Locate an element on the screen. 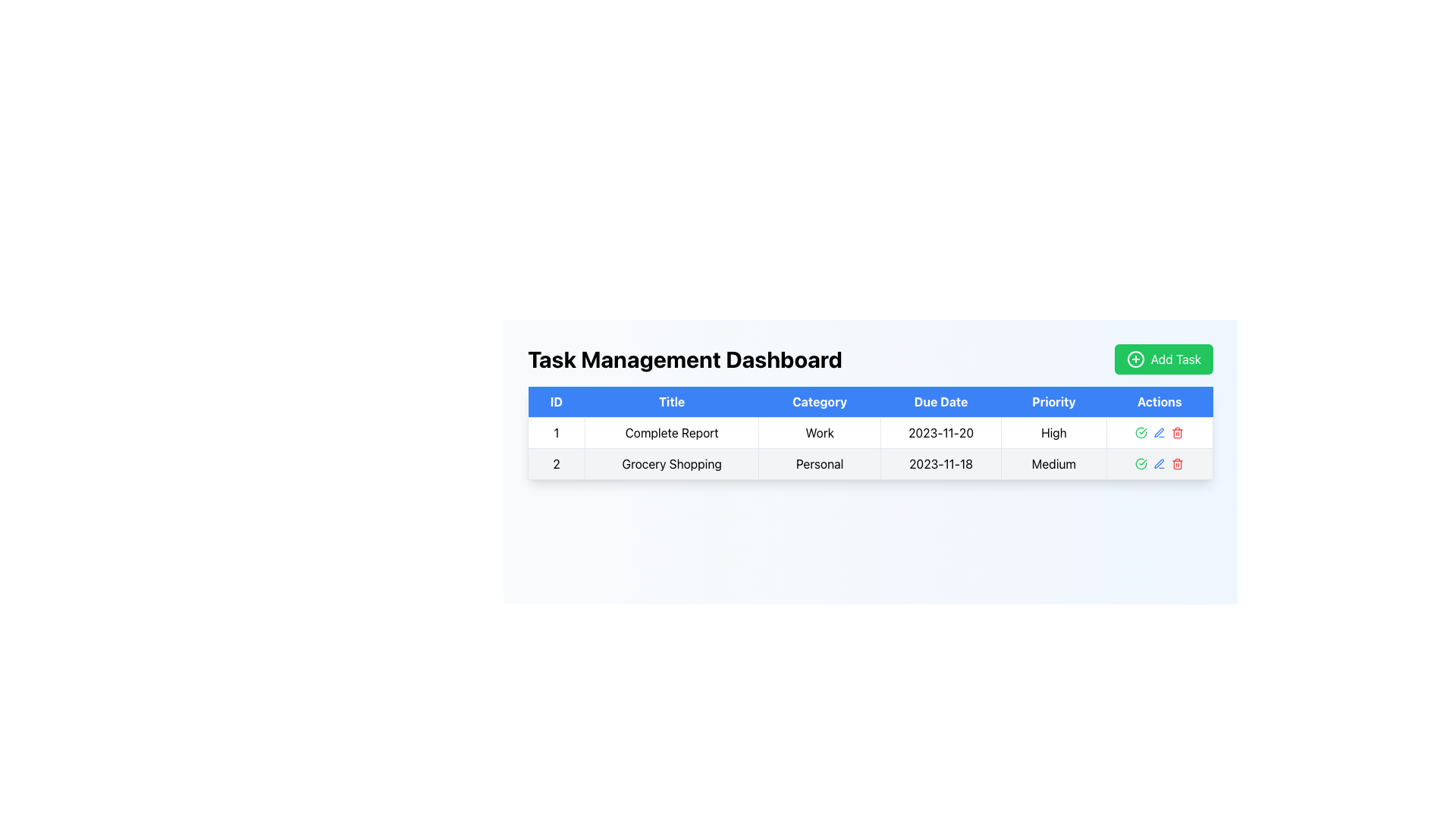  the table cell that displays the ID number for the second entry in the task management table, located in the second row under the 'ID' column is located at coordinates (556, 463).